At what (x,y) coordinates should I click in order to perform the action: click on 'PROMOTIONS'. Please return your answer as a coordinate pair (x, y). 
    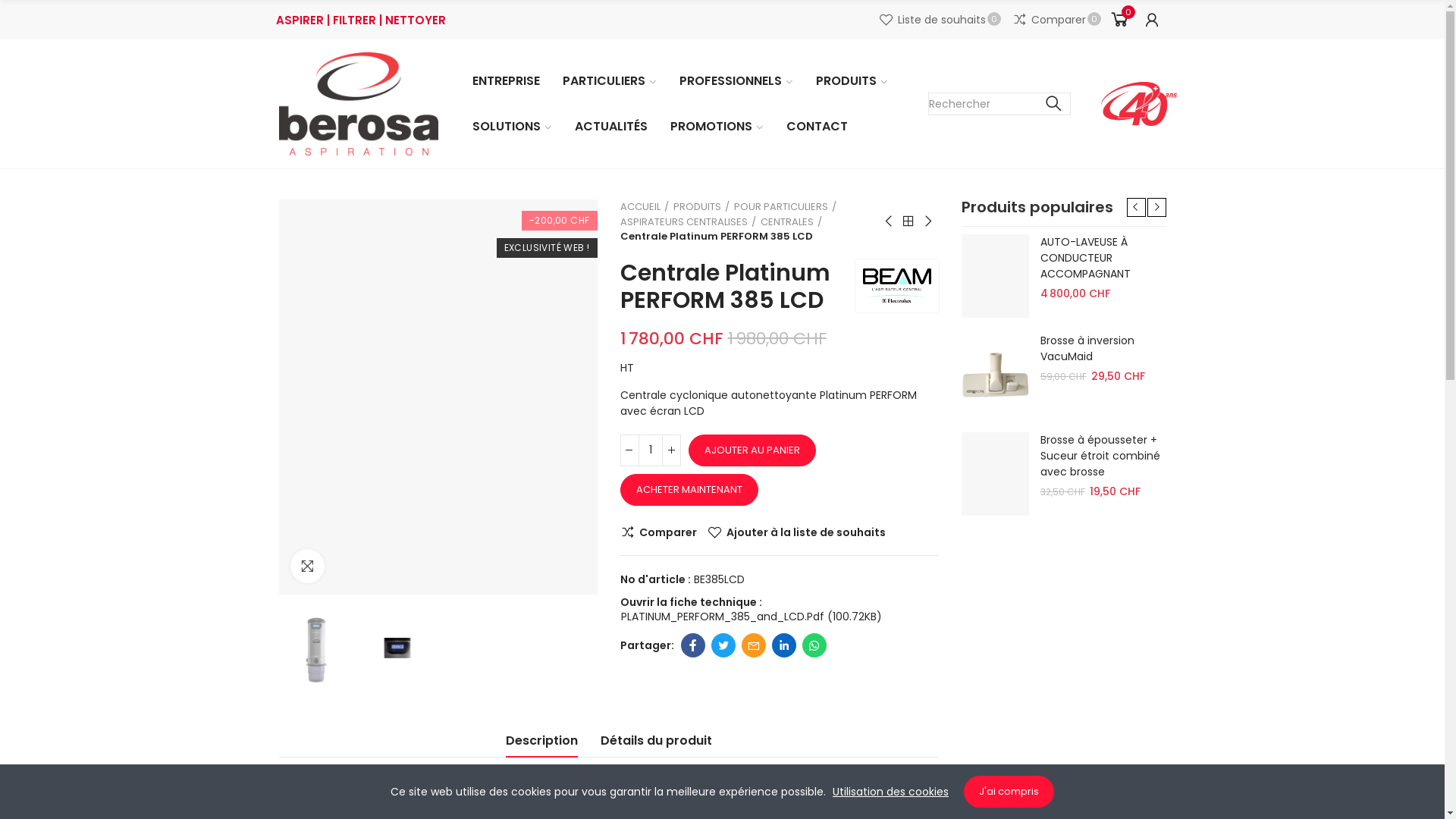
    Looking at the image, I should click on (715, 125).